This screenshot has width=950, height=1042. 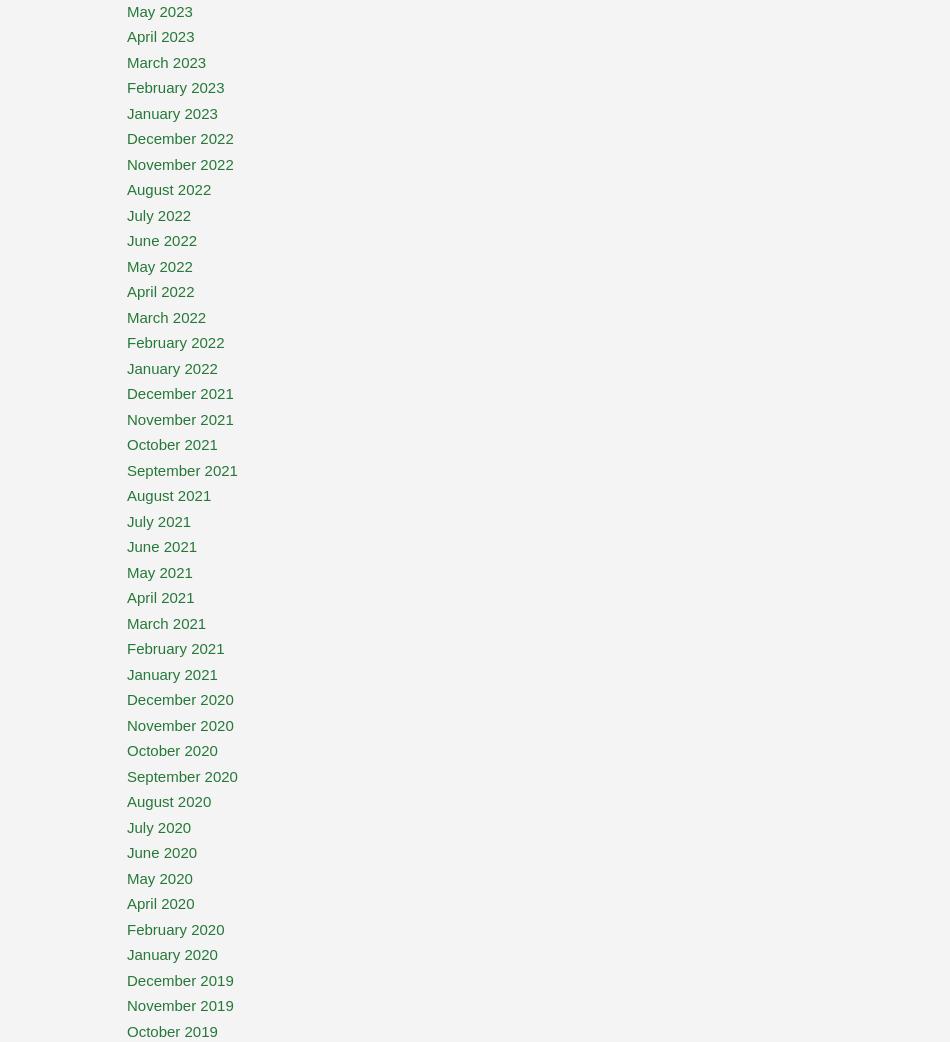 What do you see at coordinates (180, 392) in the screenshot?
I see `'December 2021'` at bounding box center [180, 392].